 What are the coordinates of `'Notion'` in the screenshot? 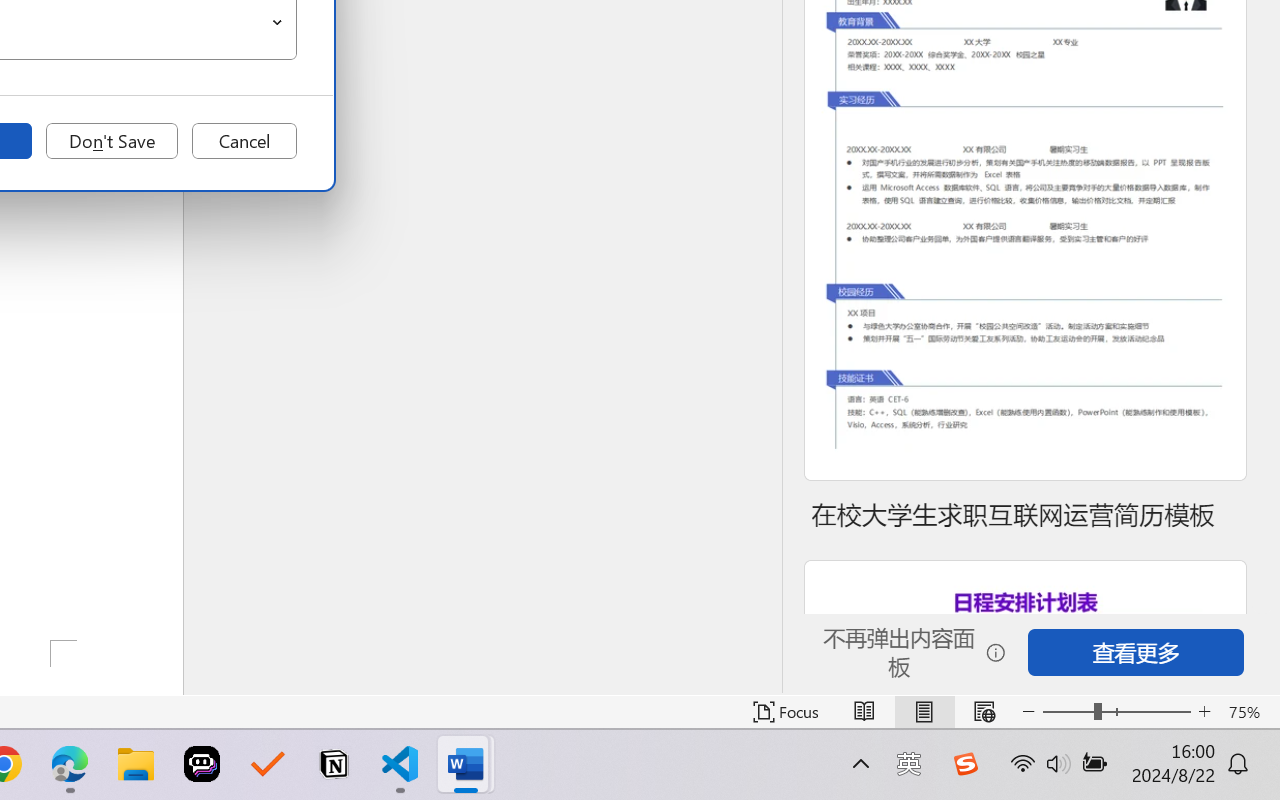 It's located at (334, 764).